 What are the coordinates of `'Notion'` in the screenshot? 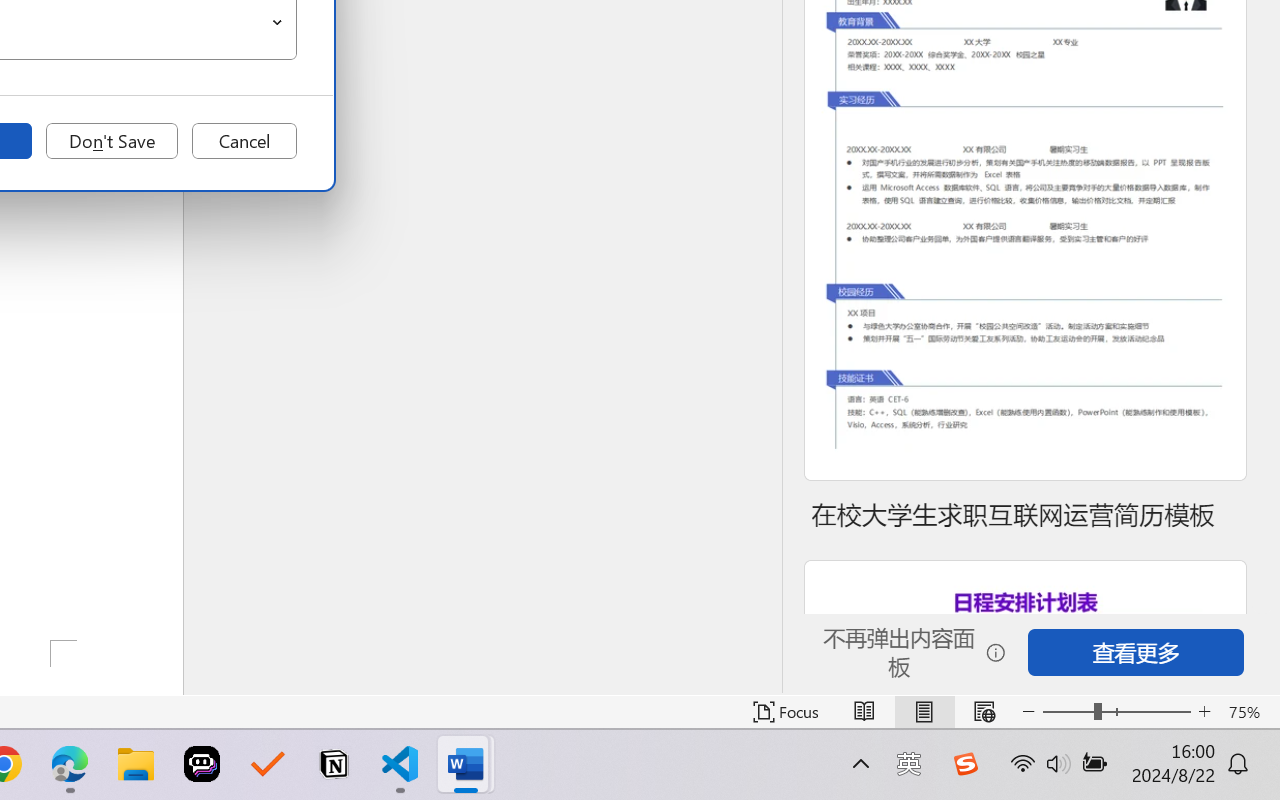 It's located at (334, 764).